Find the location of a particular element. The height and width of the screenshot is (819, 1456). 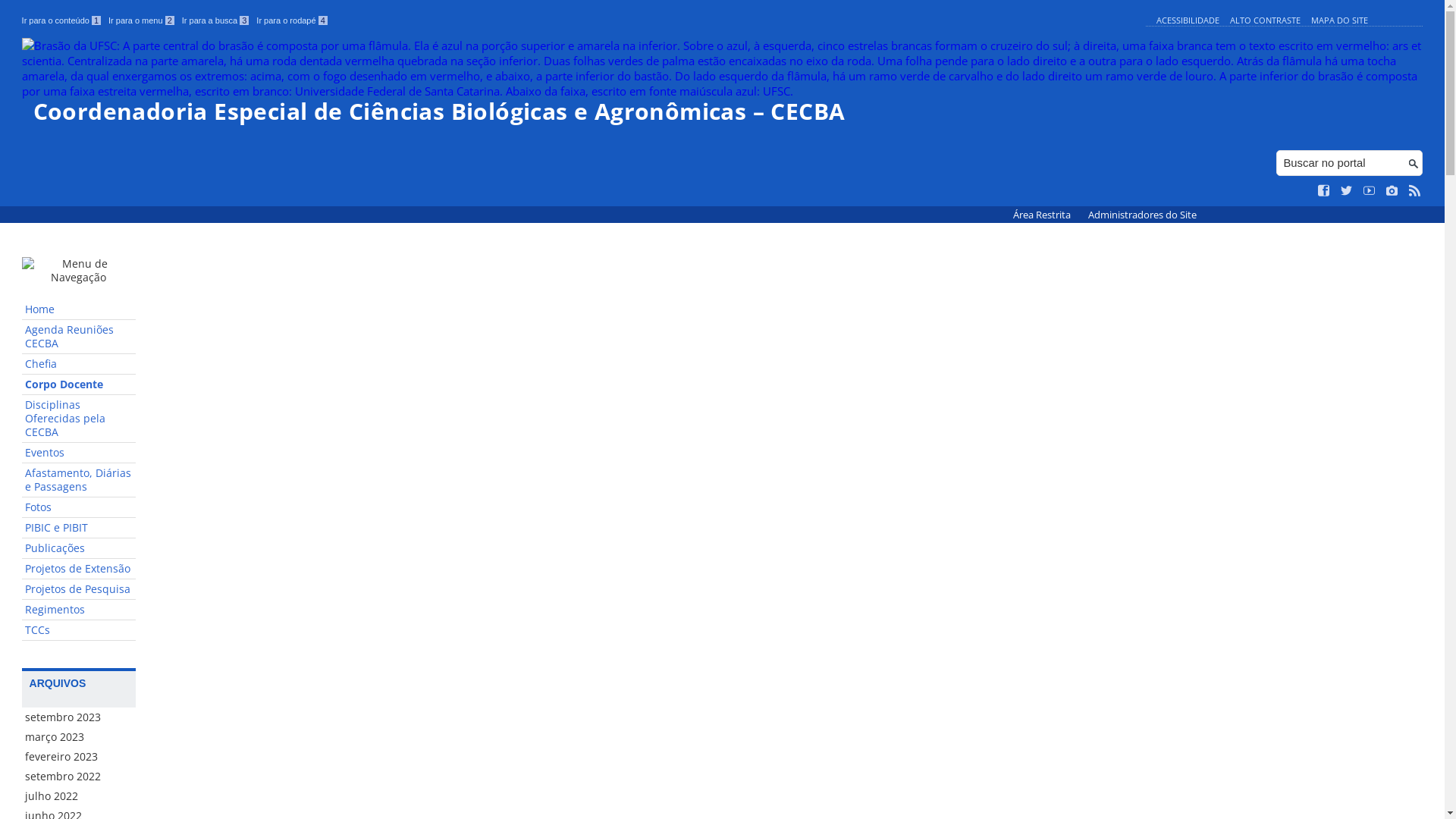

'setembro 2023' is located at coordinates (78, 717).